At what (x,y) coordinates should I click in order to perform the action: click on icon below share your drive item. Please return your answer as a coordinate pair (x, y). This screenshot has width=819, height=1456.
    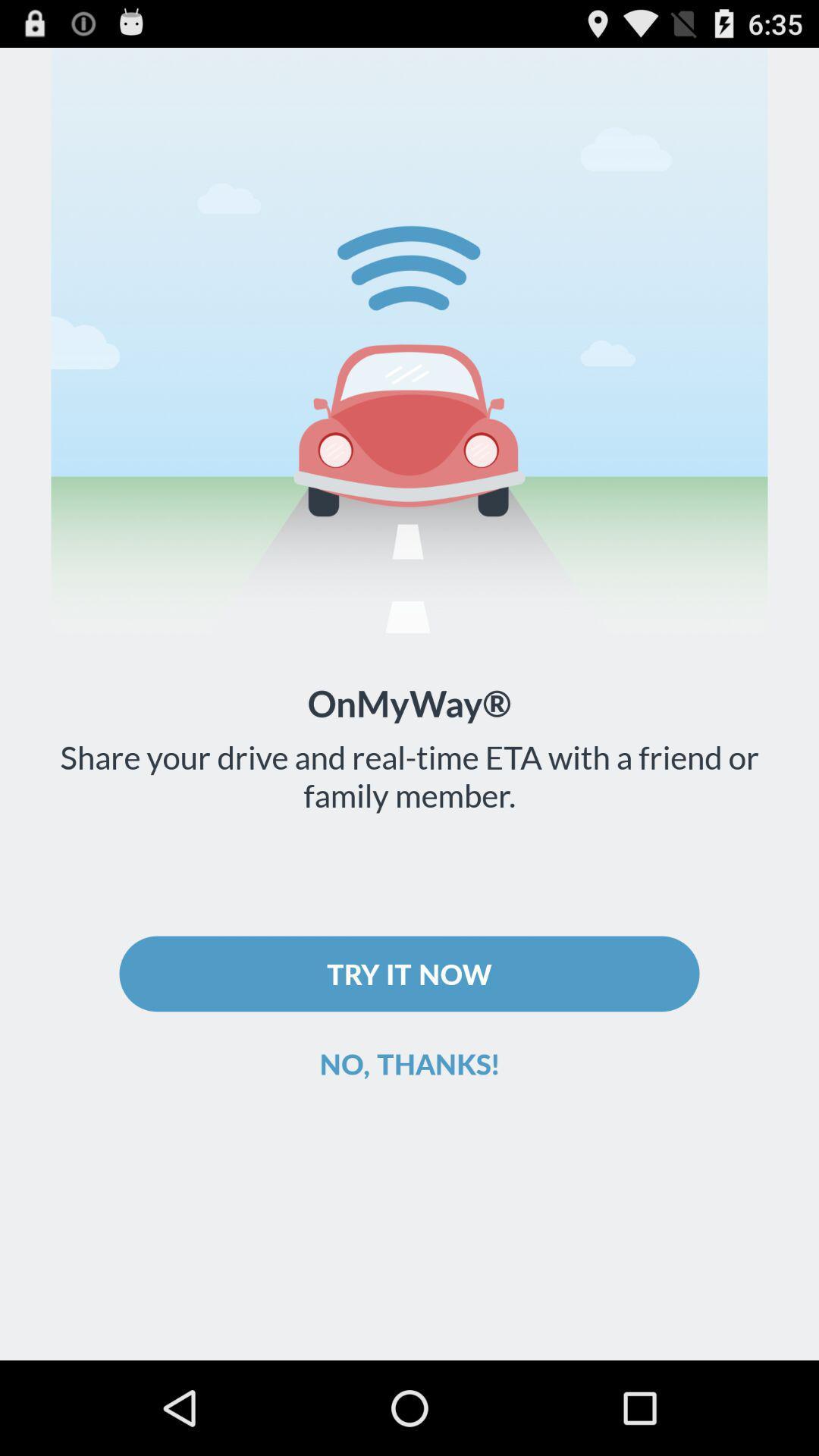
    Looking at the image, I should click on (409, 974).